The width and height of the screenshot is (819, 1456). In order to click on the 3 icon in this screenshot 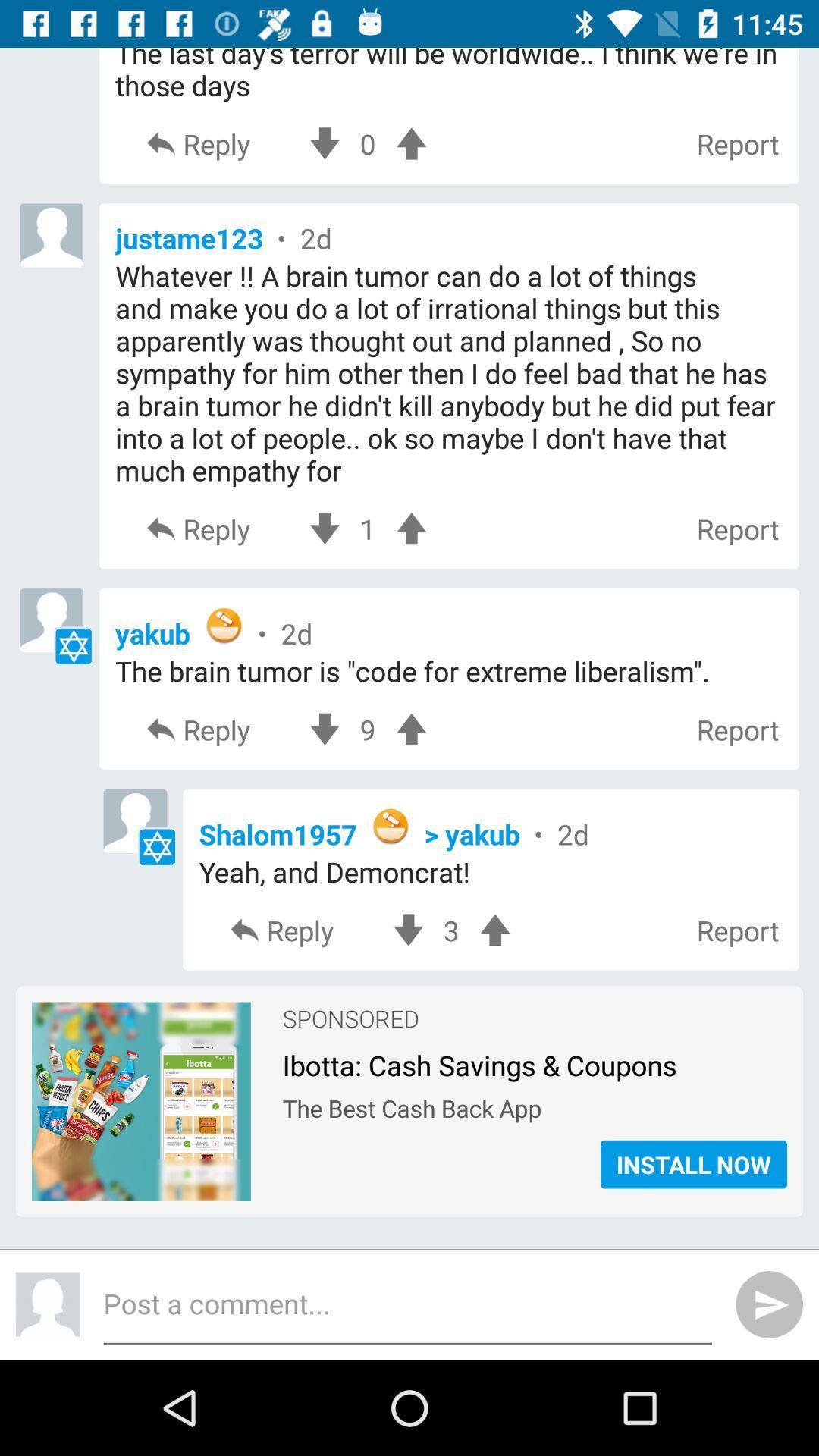, I will do `click(450, 930)`.